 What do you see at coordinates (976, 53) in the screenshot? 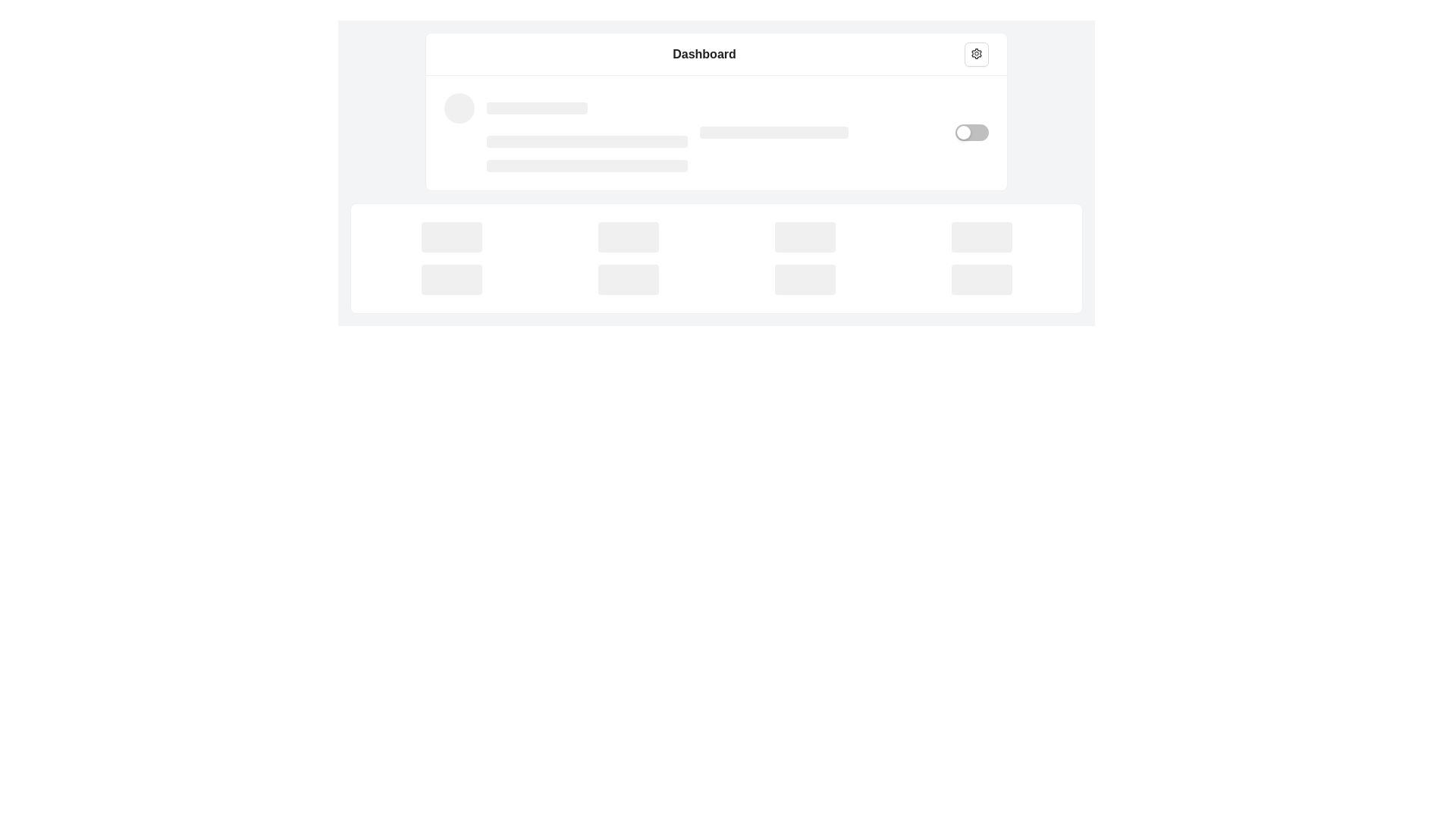
I see `the gear-like icon in the upper-right corner of the header bar` at bounding box center [976, 53].